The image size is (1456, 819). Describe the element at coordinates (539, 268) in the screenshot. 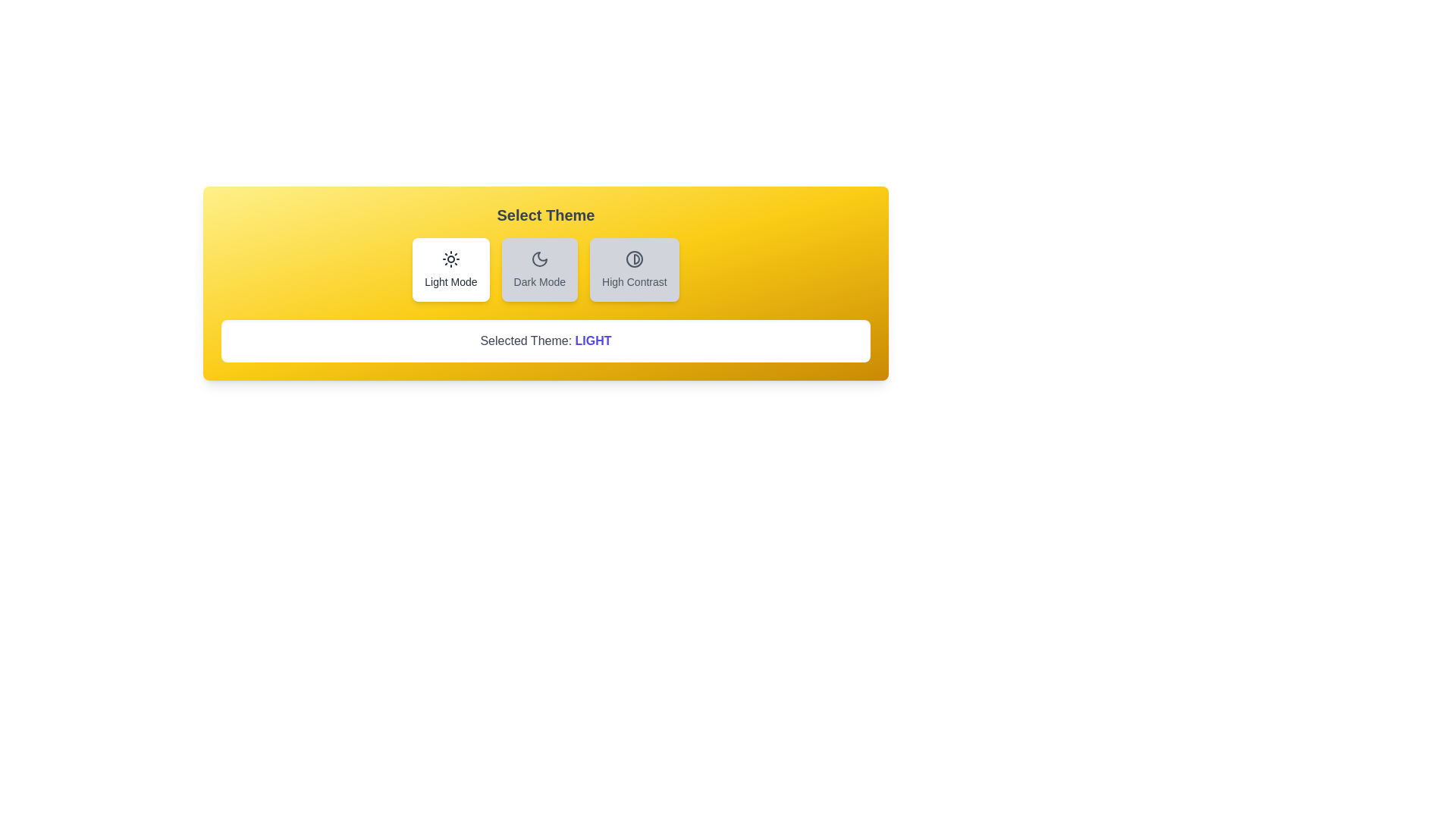

I see `the Dark Mode button to observe its hover animation` at that location.